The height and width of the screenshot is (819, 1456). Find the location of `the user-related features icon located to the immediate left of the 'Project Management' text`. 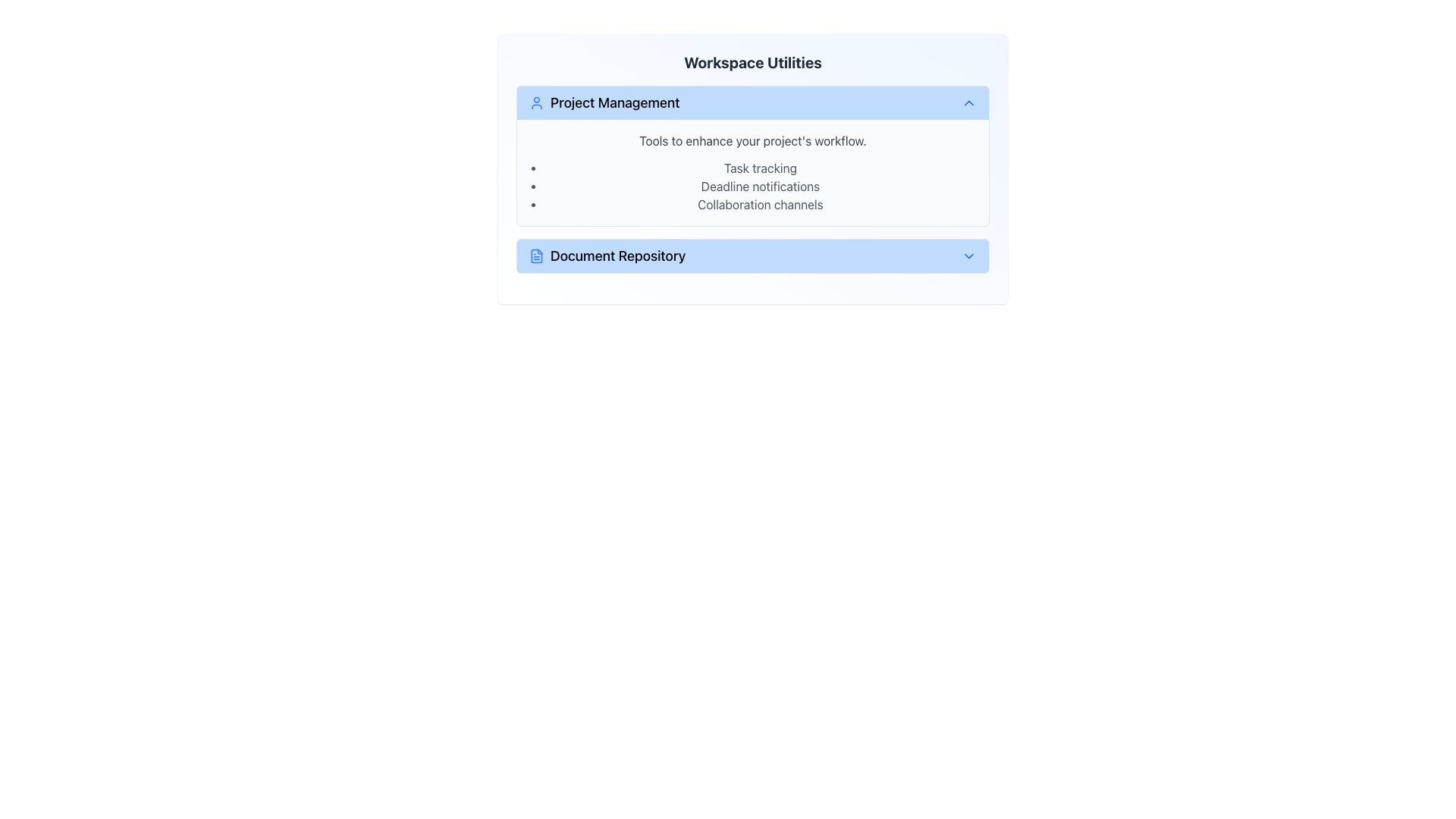

the user-related features icon located to the immediate left of the 'Project Management' text is located at coordinates (537, 102).